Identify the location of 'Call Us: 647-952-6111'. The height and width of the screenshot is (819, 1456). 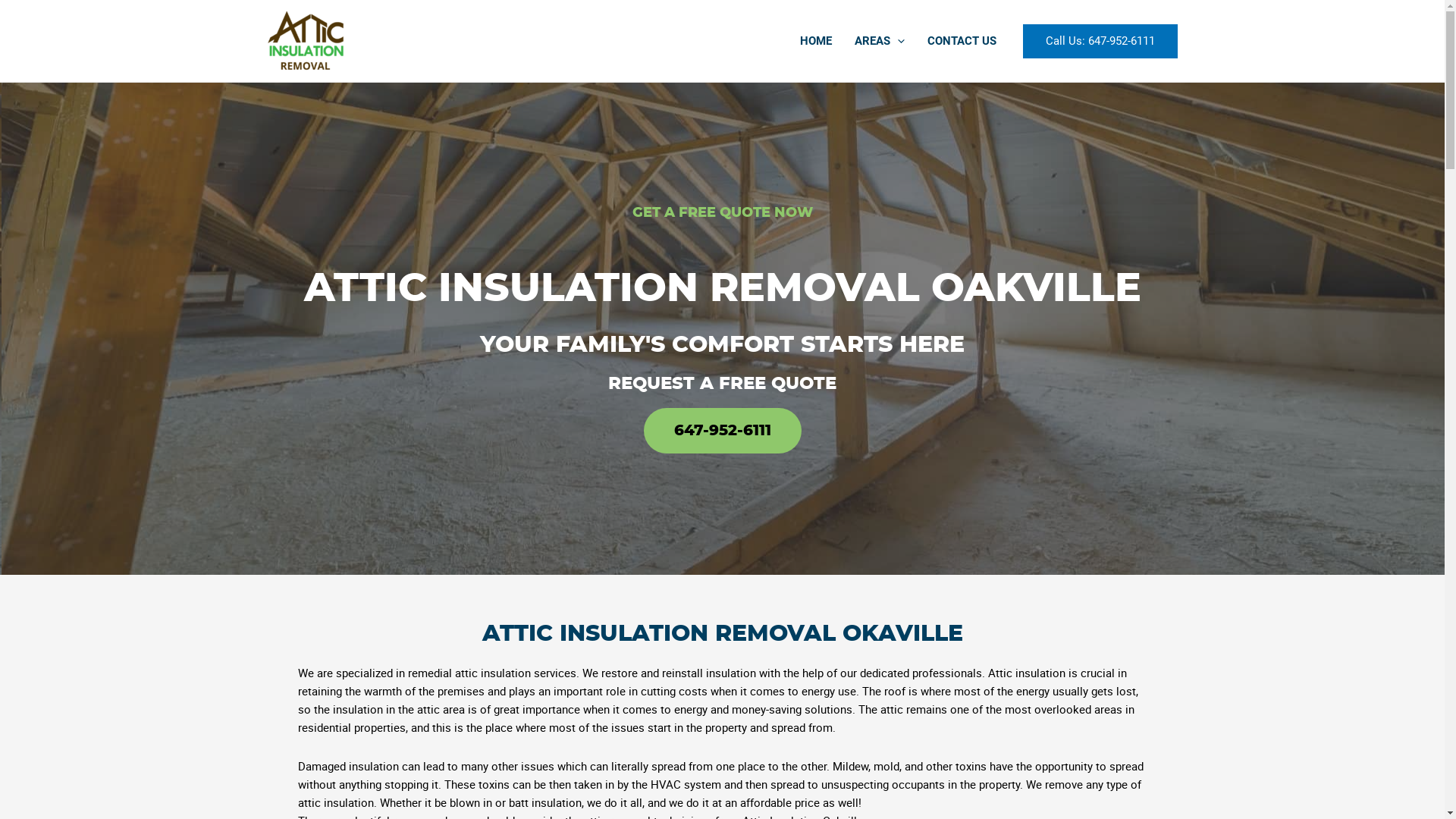
(1099, 40).